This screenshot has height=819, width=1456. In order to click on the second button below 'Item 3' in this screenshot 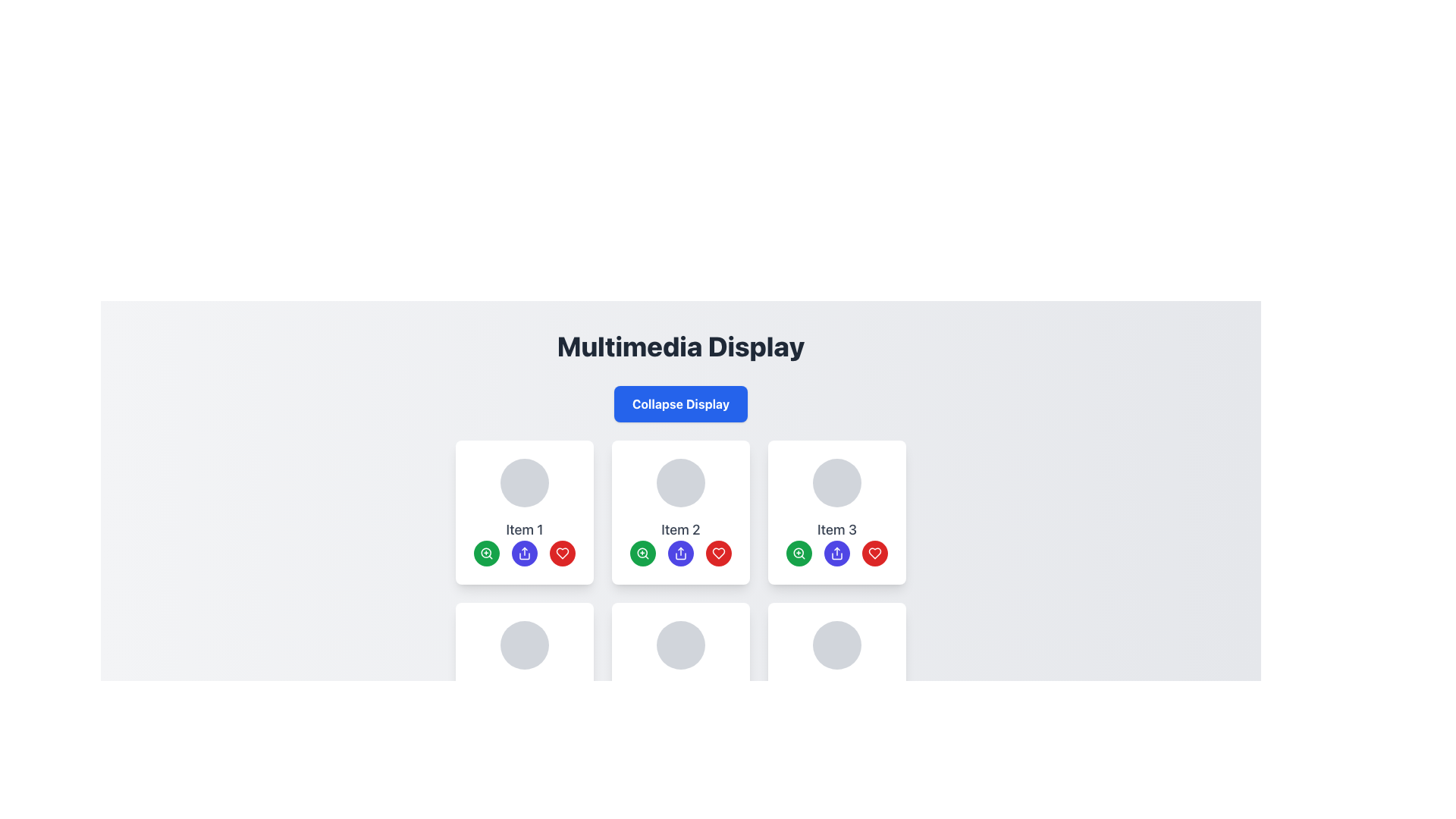, I will do `click(836, 553)`.